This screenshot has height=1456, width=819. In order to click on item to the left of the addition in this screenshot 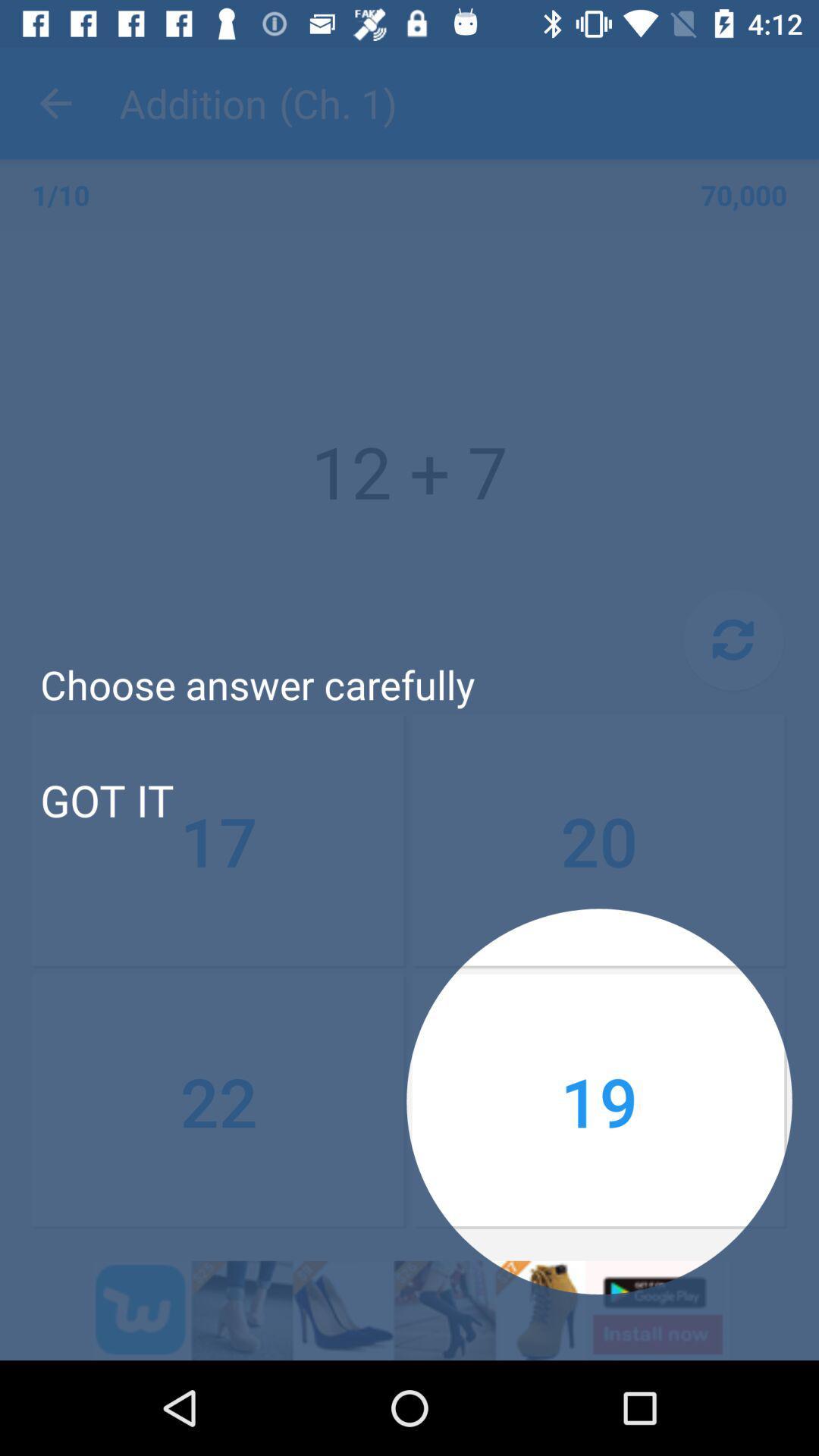, I will do `click(55, 102)`.